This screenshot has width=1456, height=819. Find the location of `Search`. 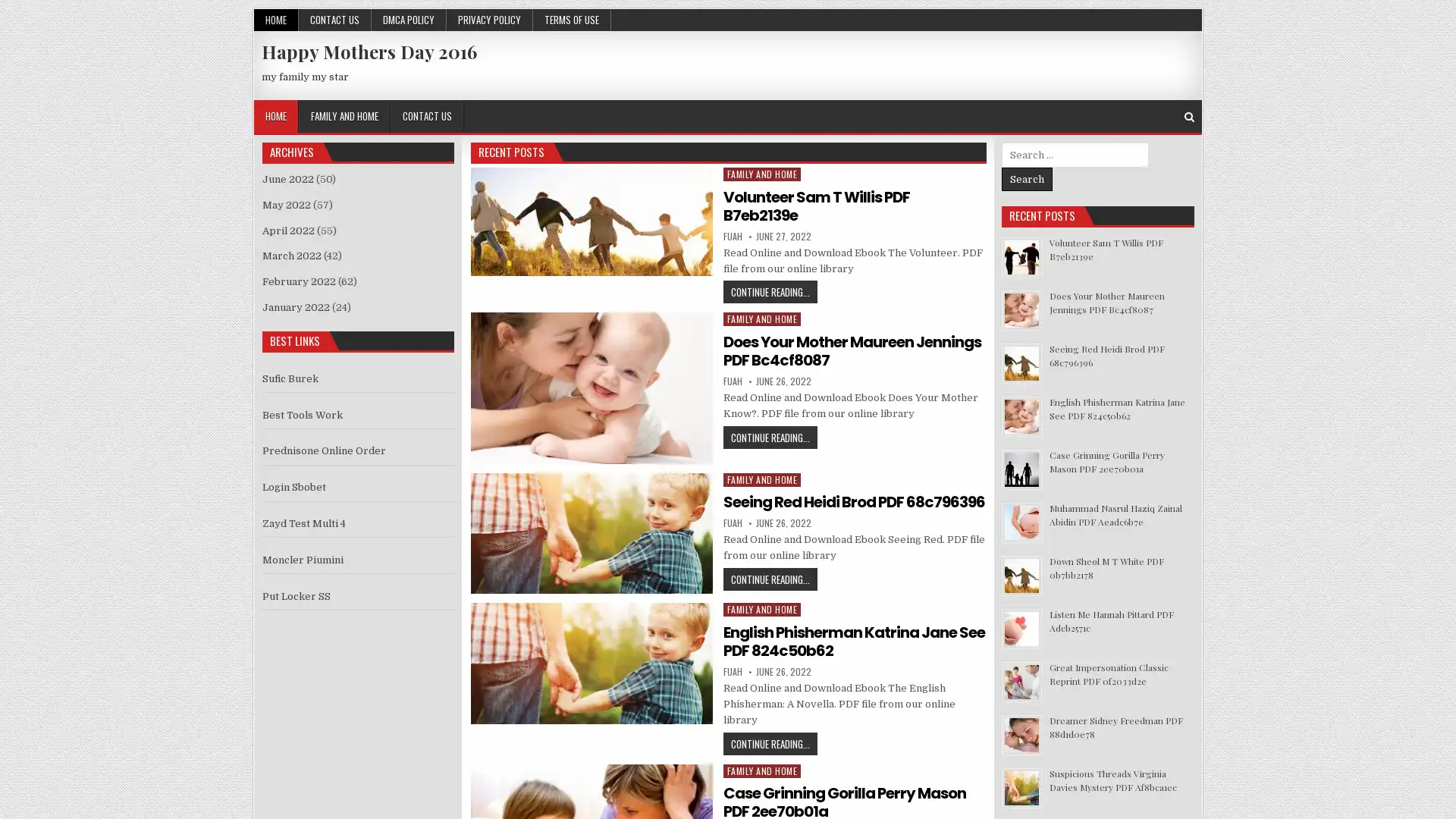

Search is located at coordinates (1027, 178).